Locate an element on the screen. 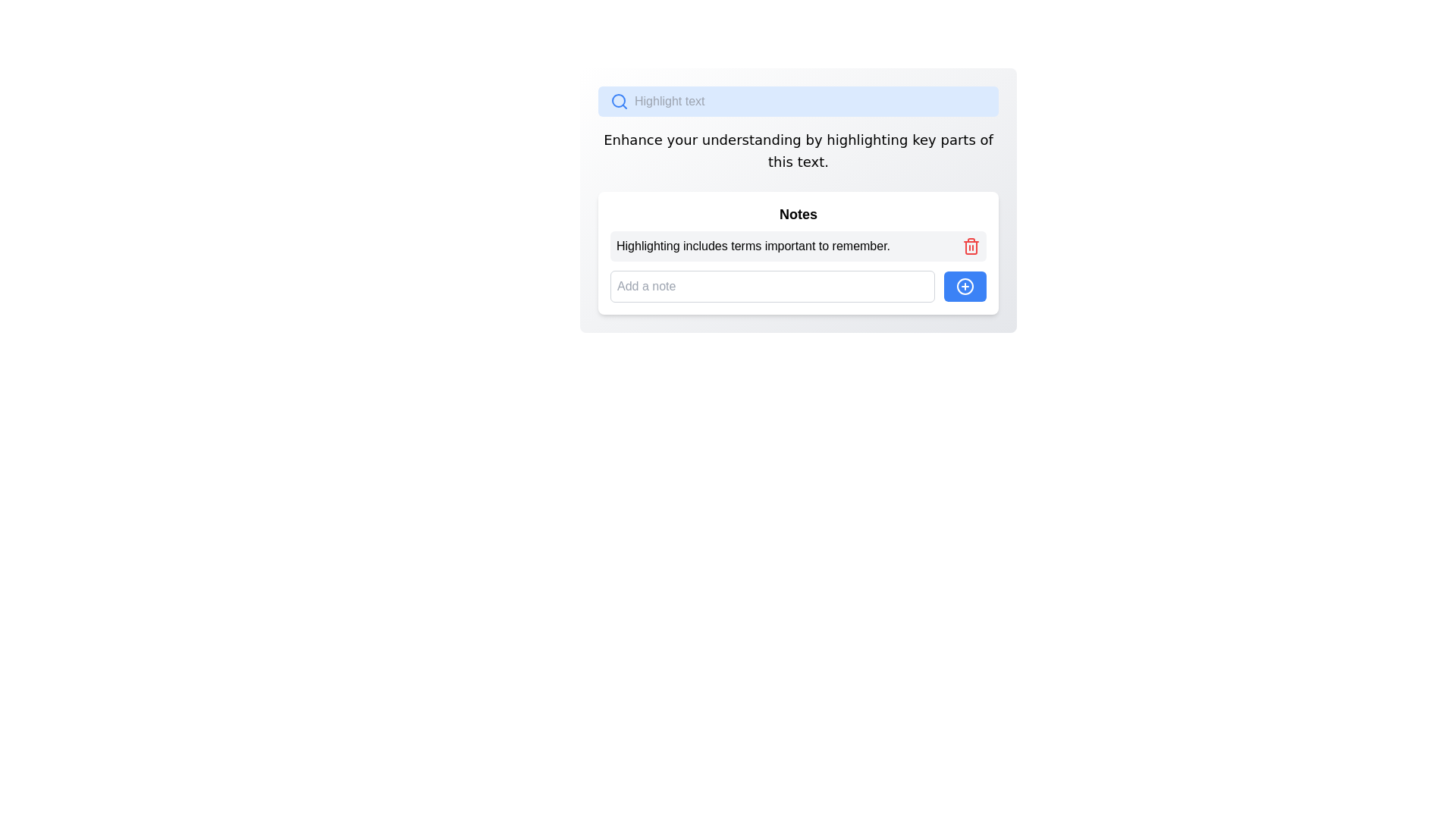 The height and width of the screenshot is (819, 1456). the character 'h' in the word 'highlighting' within the sentence 'Enhance your understanding by highlighting key parts of this text.' is located at coordinates (852, 140).